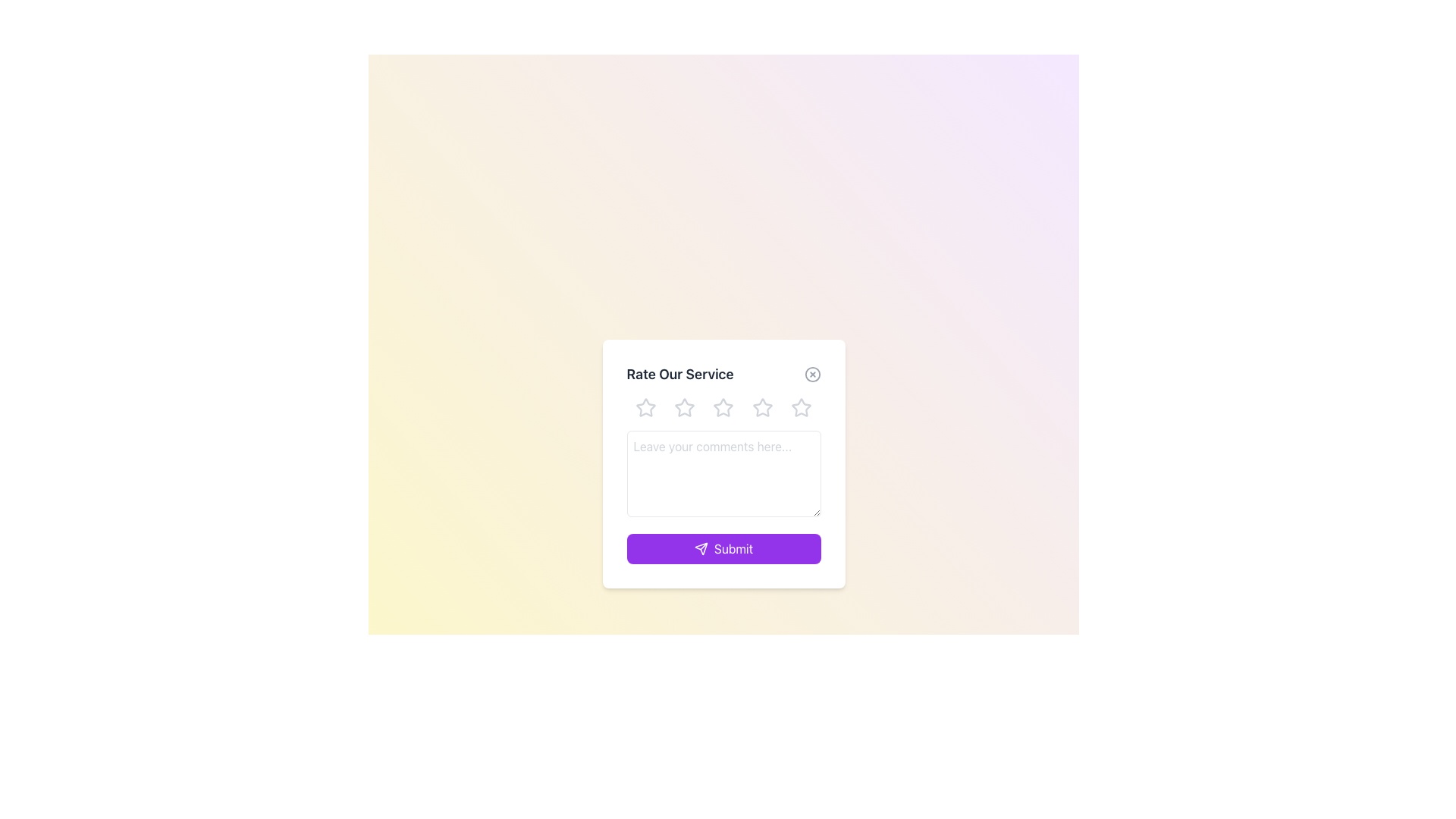 The image size is (1456, 819). What do you see at coordinates (811, 374) in the screenshot?
I see `the close button located in the top-right corner of the 'Rate Our Service' interface` at bounding box center [811, 374].